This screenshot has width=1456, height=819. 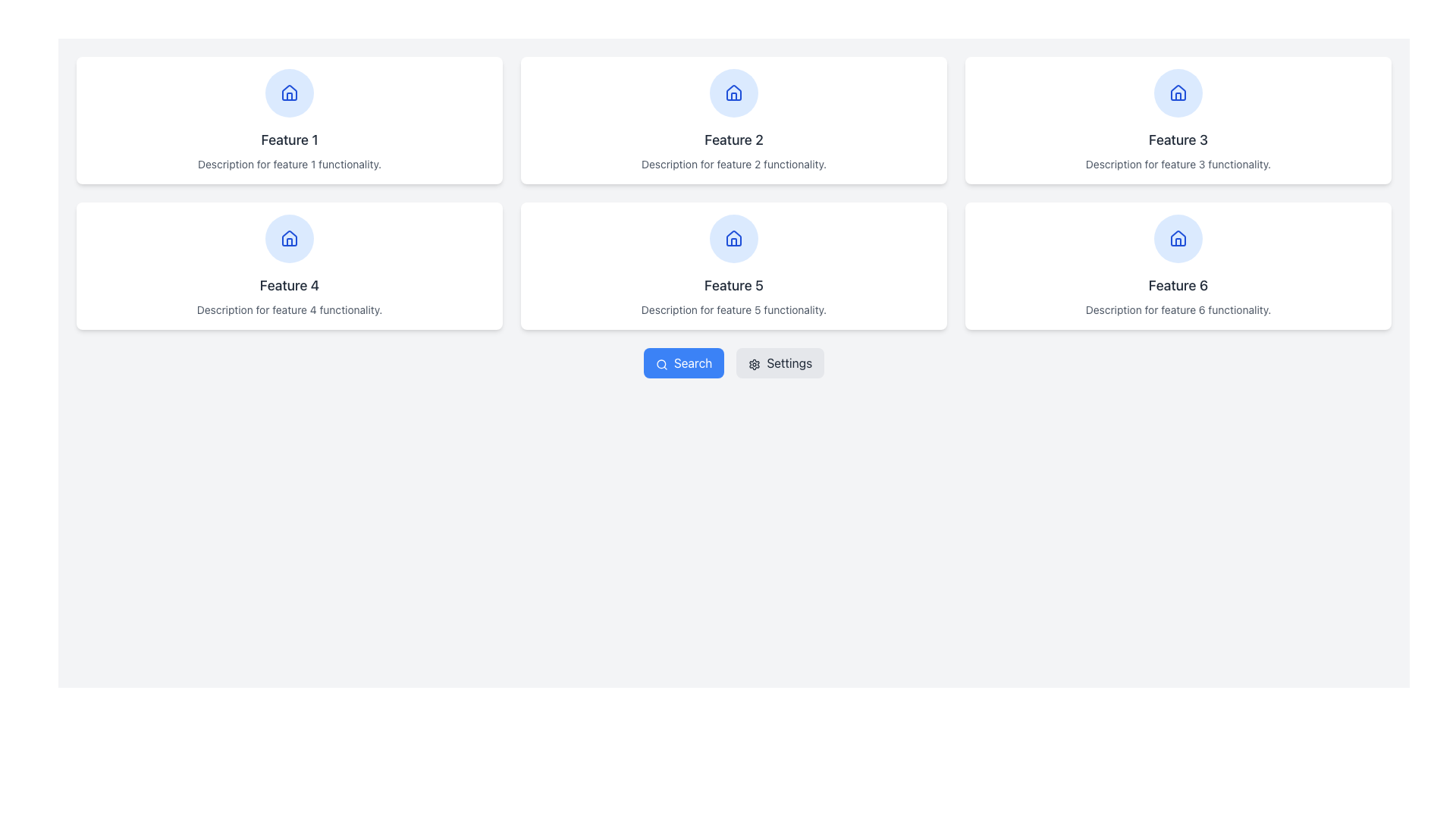 What do you see at coordinates (290, 93) in the screenshot?
I see `the circular light blue icon with a white house graphic, located at the top center of the first card above the text 'Feature 1'` at bounding box center [290, 93].